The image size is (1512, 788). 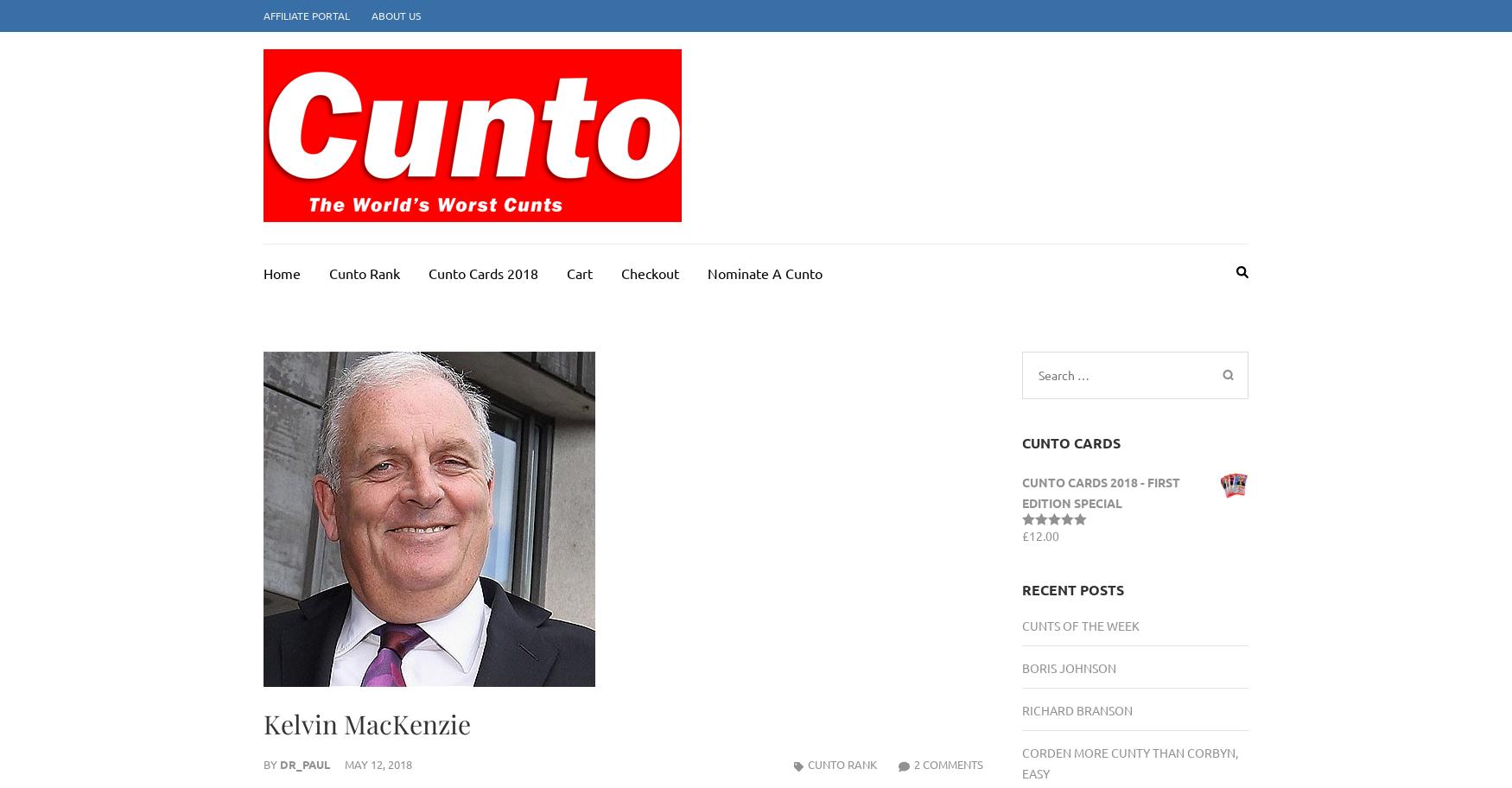 What do you see at coordinates (1077, 709) in the screenshot?
I see `'Richard Branson'` at bounding box center [1077, 709].